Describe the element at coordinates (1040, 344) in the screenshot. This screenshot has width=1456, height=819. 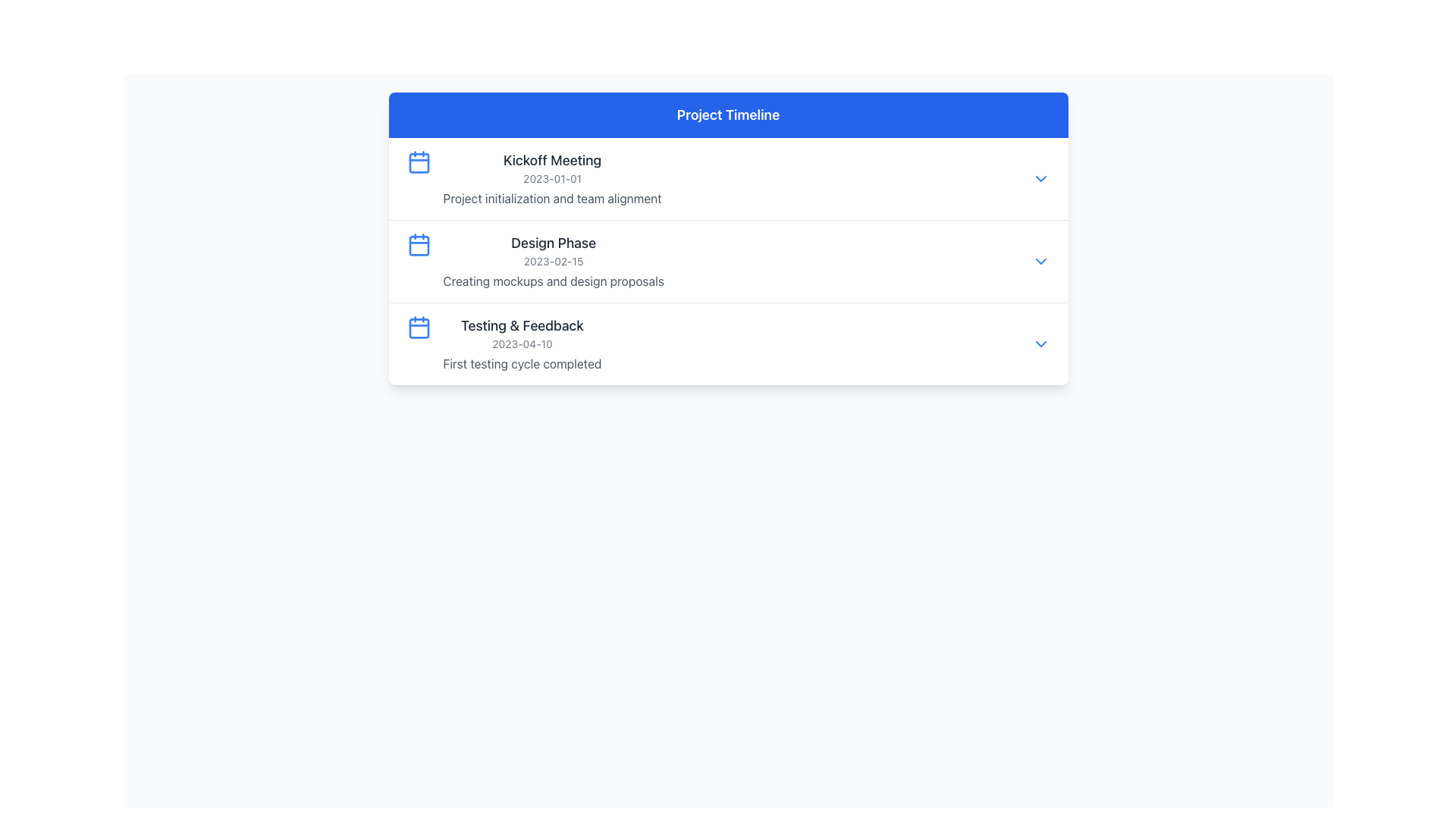
I see `the toggle button located to the far right of the 'Testing & Feedback' entry in the timeline list` at that location.